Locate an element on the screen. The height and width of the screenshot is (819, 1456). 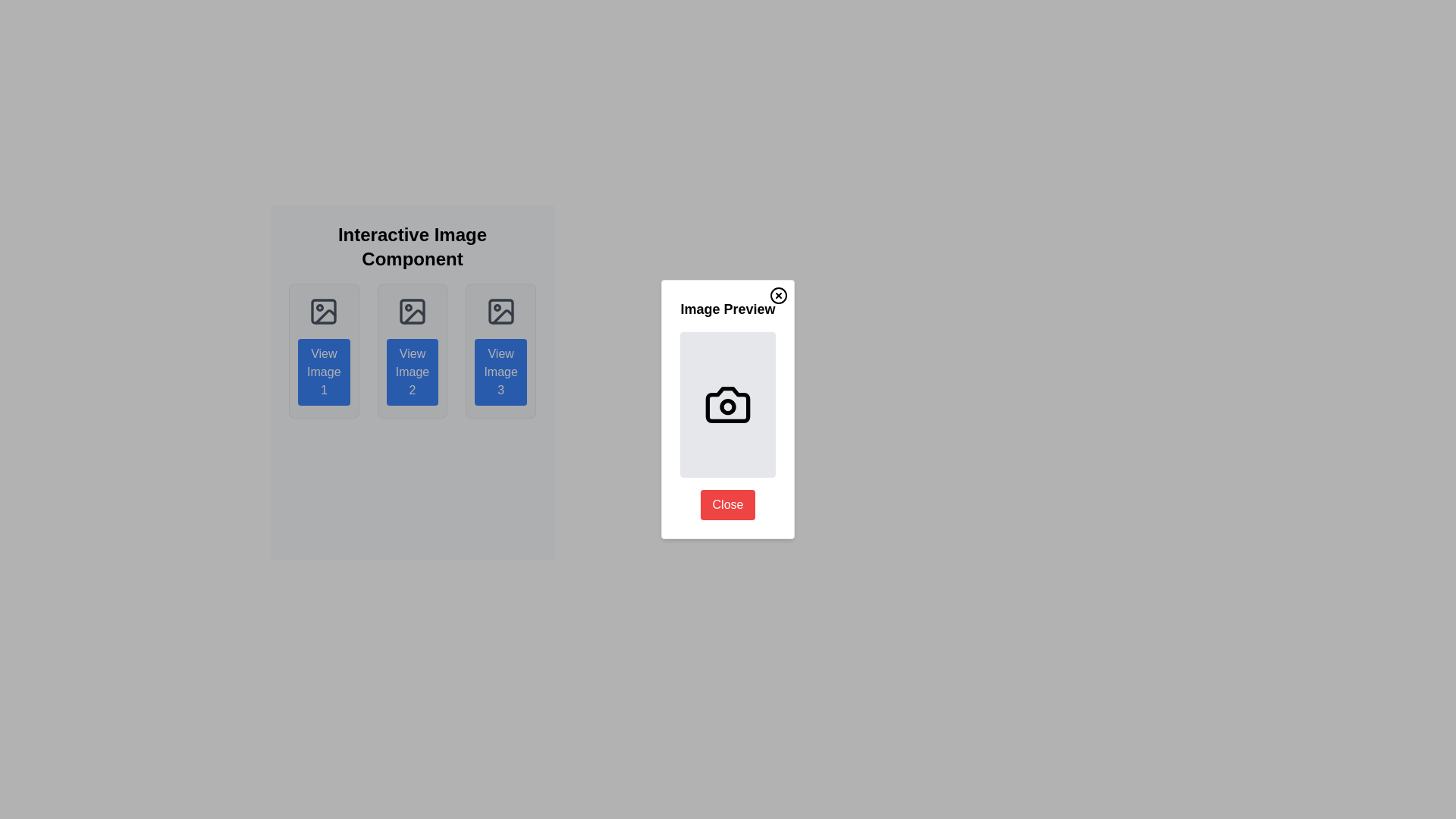
the rectangular icon with rounded corners depicting a mountain and a sun, located in the center of the three image buttons under the title 'Interactive Image Component' is located at coordinates (412, 311).